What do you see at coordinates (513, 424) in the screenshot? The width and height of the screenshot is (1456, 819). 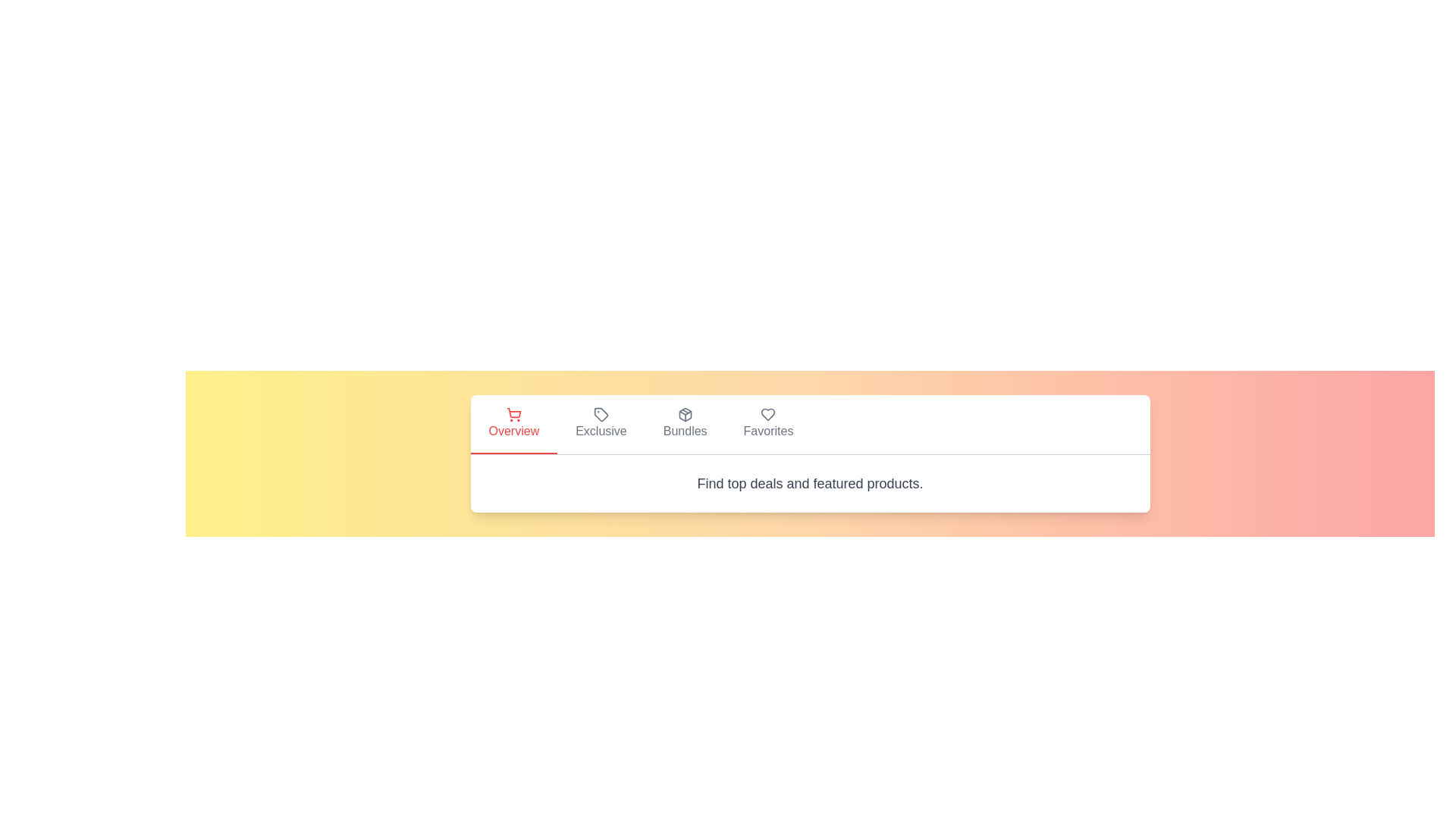 I see `the tab labeled Overview to switch to that view` at bounding box center [513, 424].